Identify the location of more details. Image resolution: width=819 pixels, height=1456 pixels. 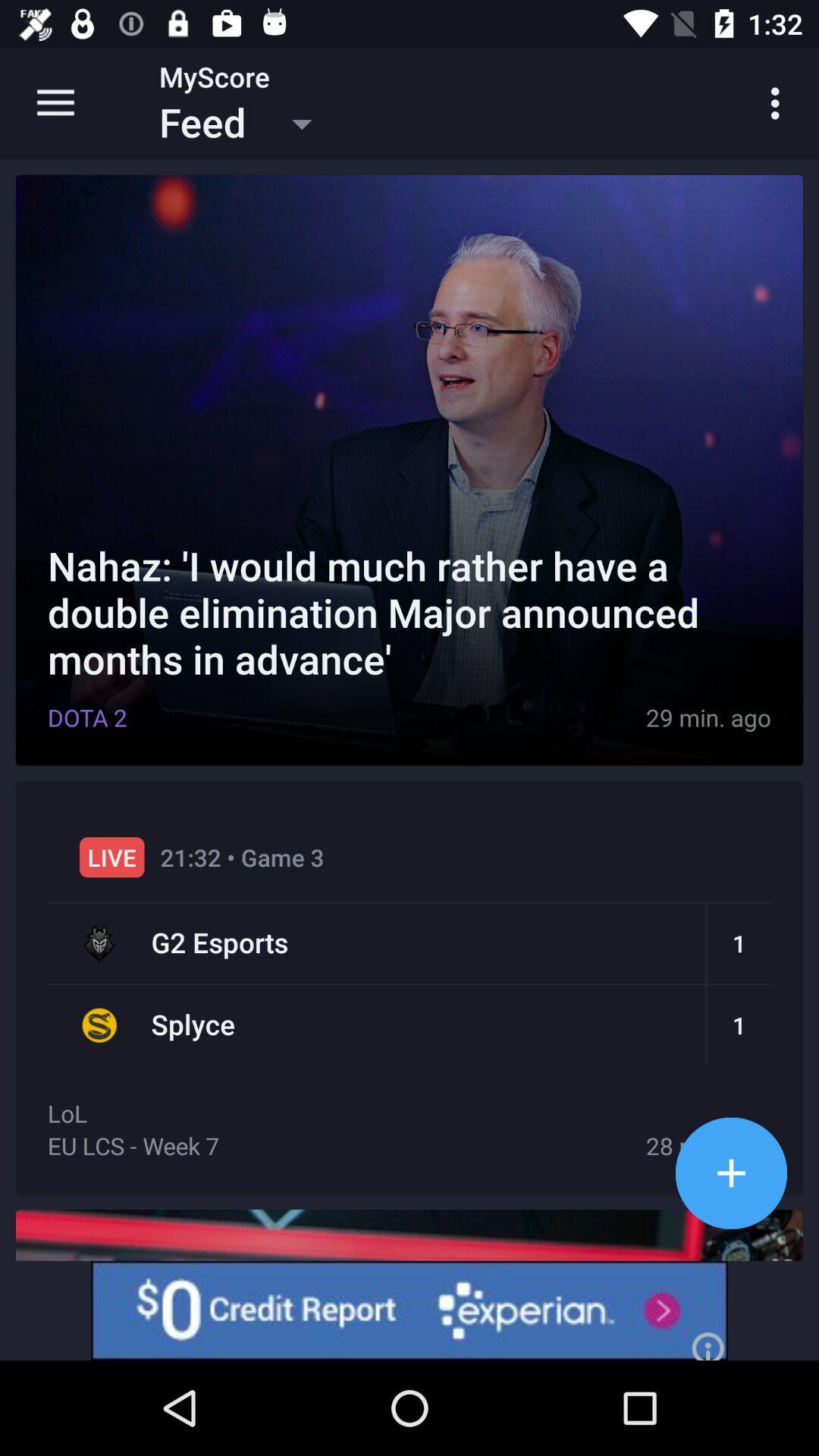
(730, 1172).